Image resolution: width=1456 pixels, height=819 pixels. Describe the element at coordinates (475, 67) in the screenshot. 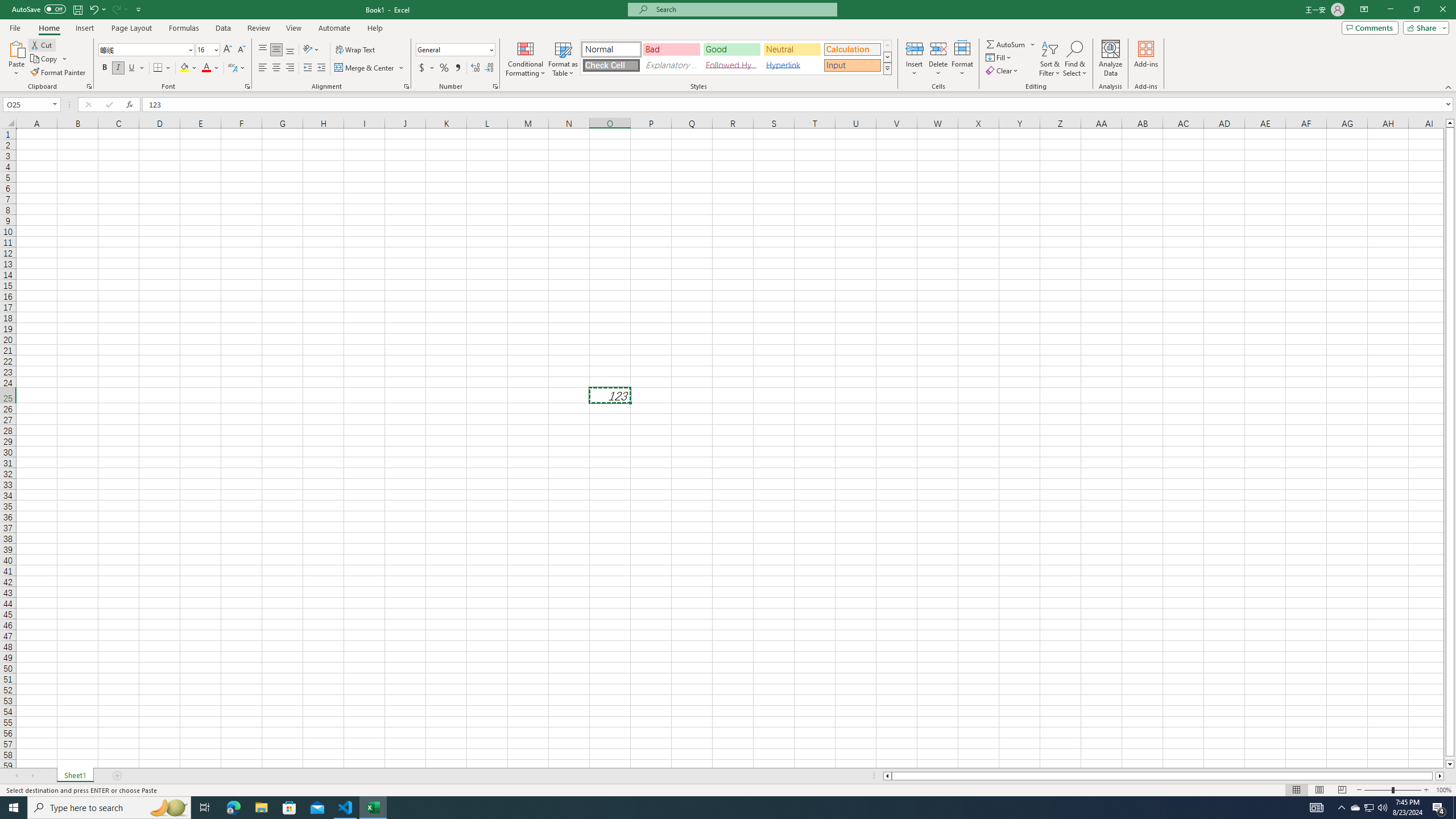

I see `'Increase Decimal'` at that location.